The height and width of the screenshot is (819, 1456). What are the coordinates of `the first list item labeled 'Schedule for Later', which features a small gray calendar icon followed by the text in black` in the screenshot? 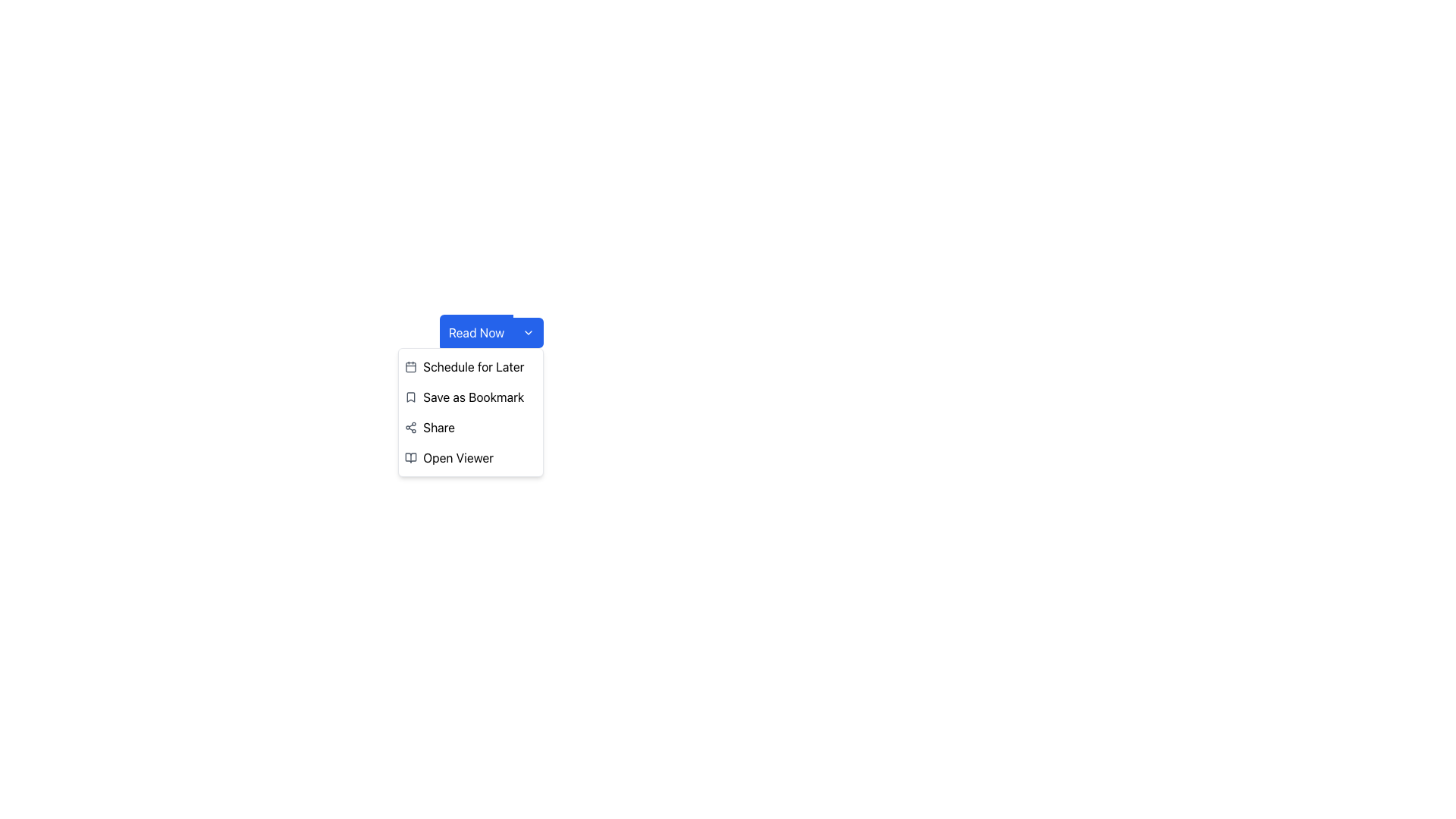 It's located at (470, 366).